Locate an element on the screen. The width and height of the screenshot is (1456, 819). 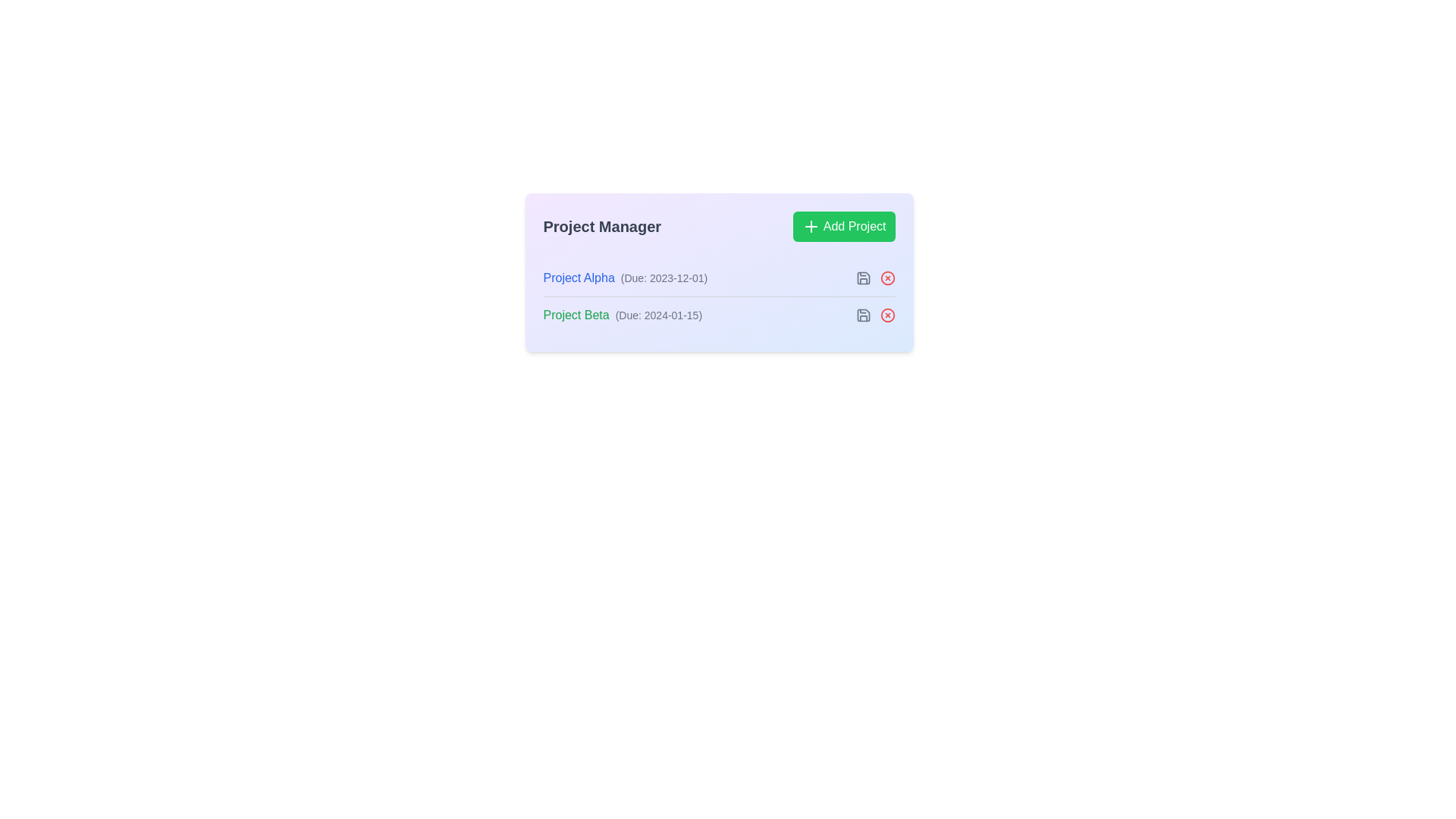
the 'Add Project' button located in the top-right corner of the 'Project Manager' section is located at coordinates (843, 227).